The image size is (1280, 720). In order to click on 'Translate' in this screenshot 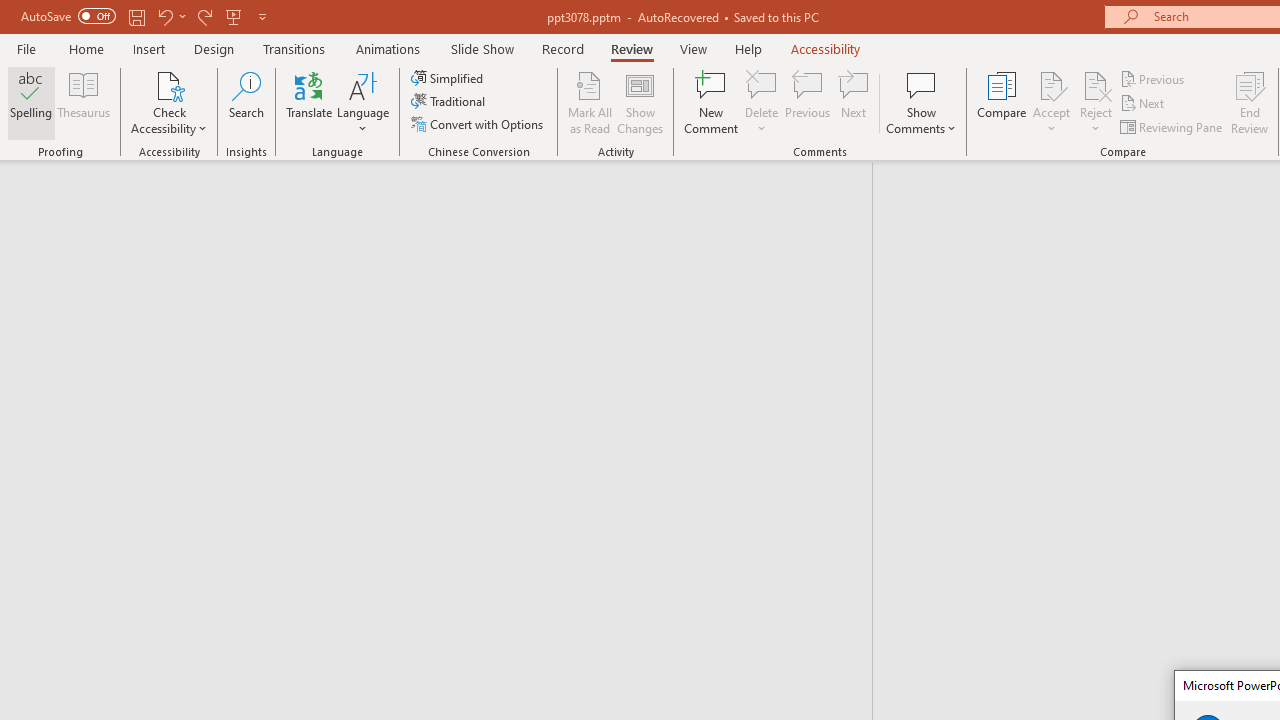, I will do `click(308, 103)`.